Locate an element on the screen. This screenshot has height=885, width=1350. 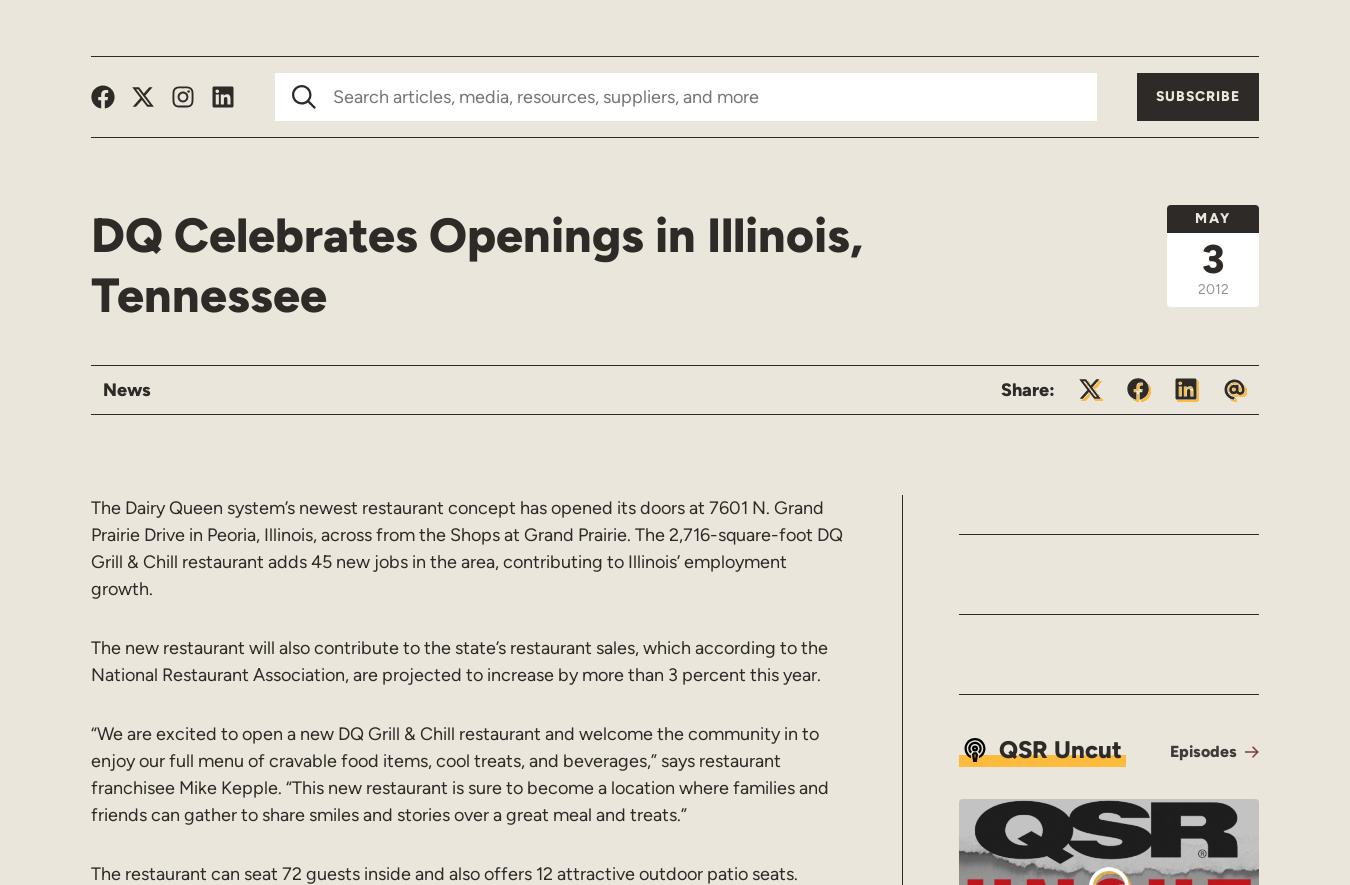
'Growth' is located at coordinates (200, 27).